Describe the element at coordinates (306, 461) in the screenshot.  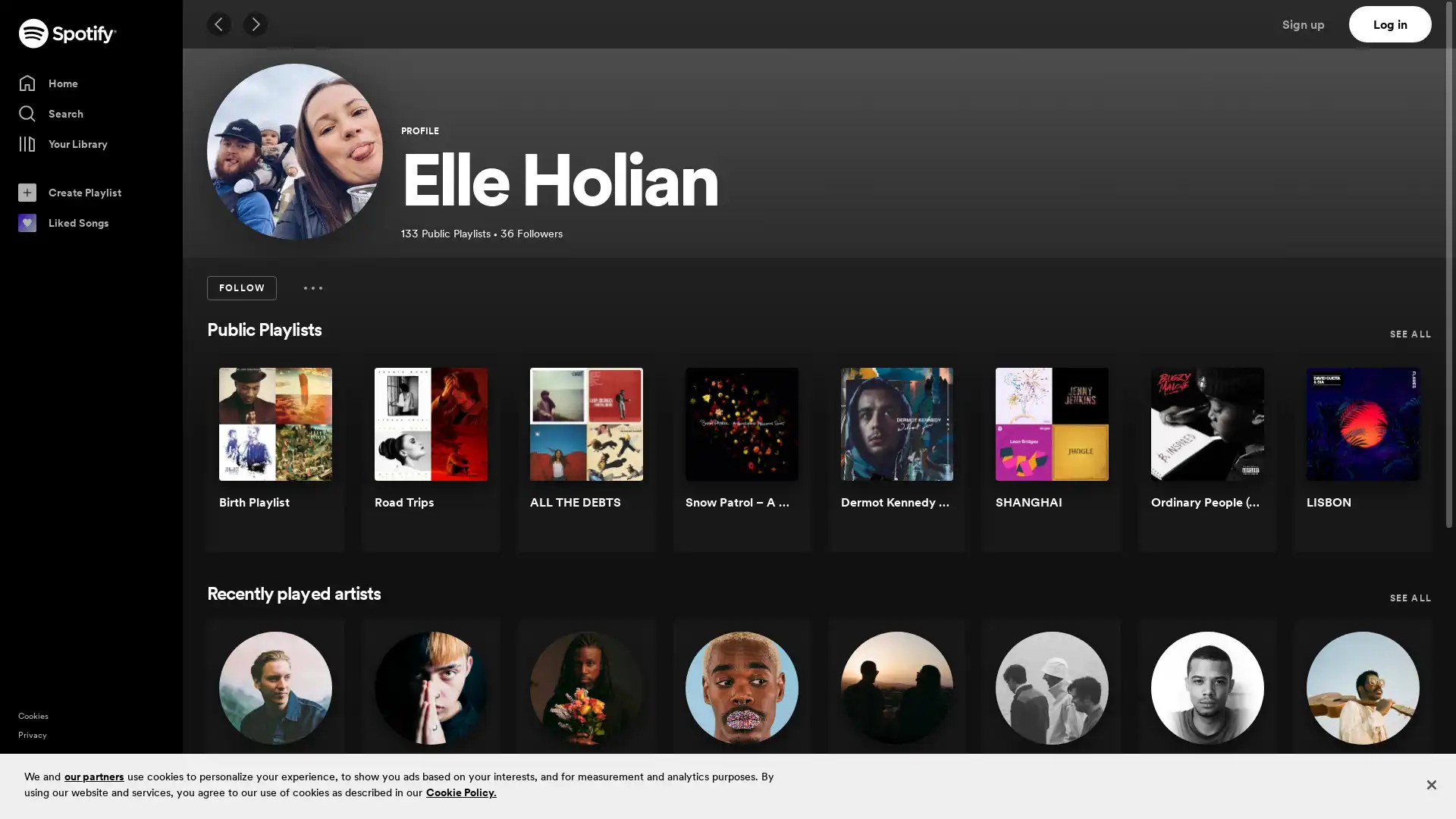
I see `Play Birth Playlist` at that location.